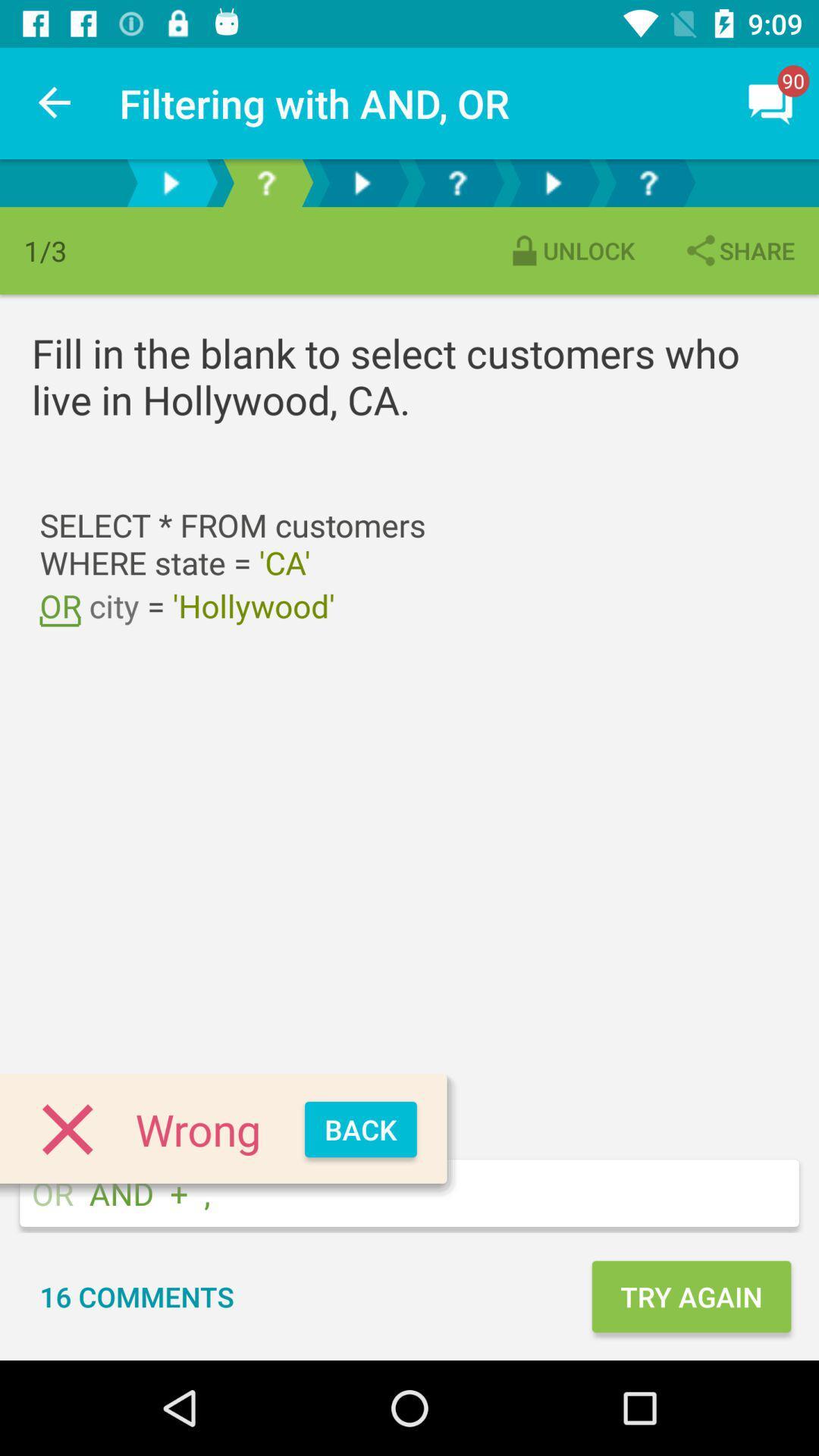  Describe the element at coordinates (360, 1129) in the screenshot. I see `item next to wrong` at that location.